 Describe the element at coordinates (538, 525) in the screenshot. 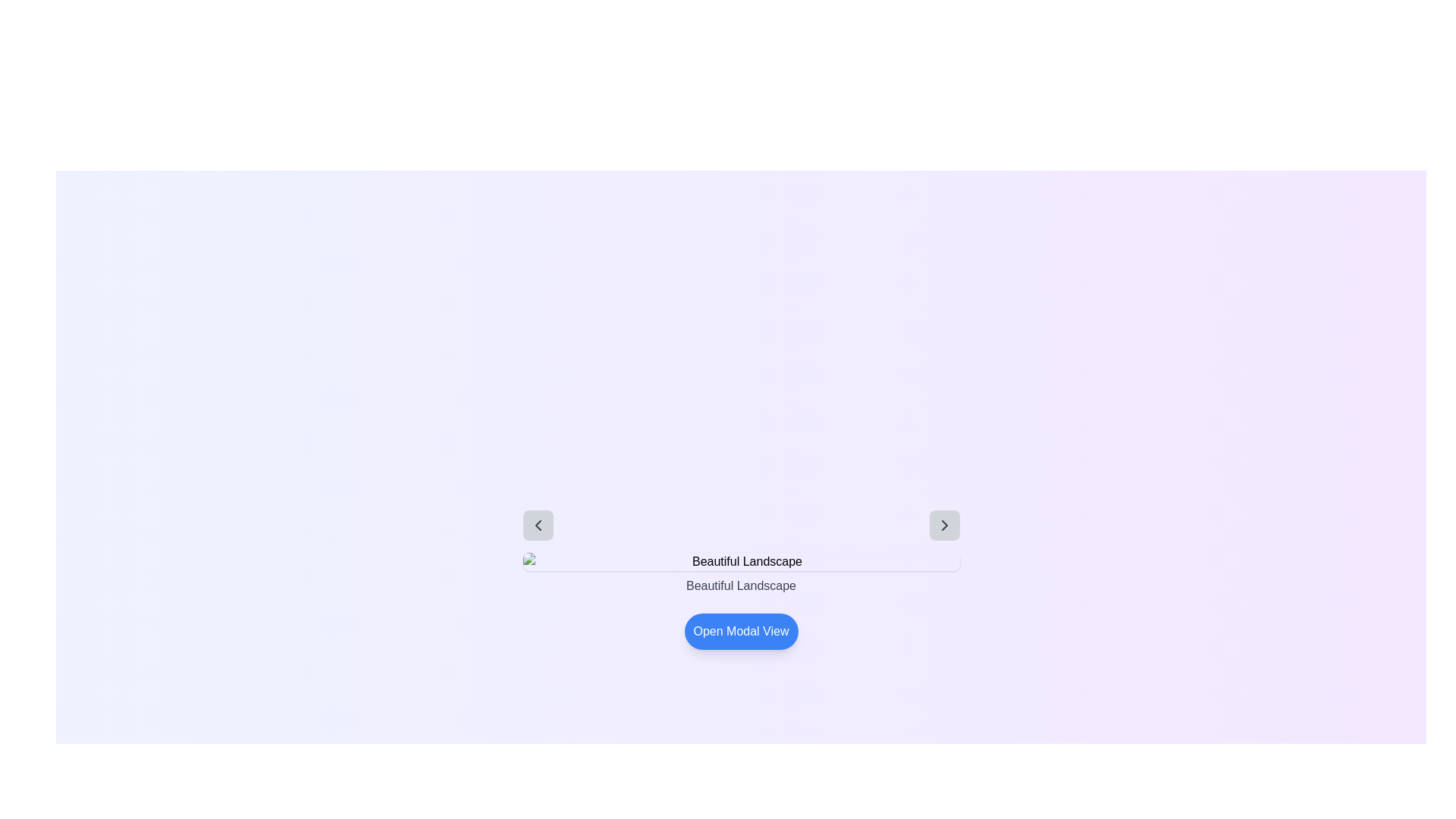

I see `the left-facing chevron button located in the top-left corner of the central interactive area` at that location.